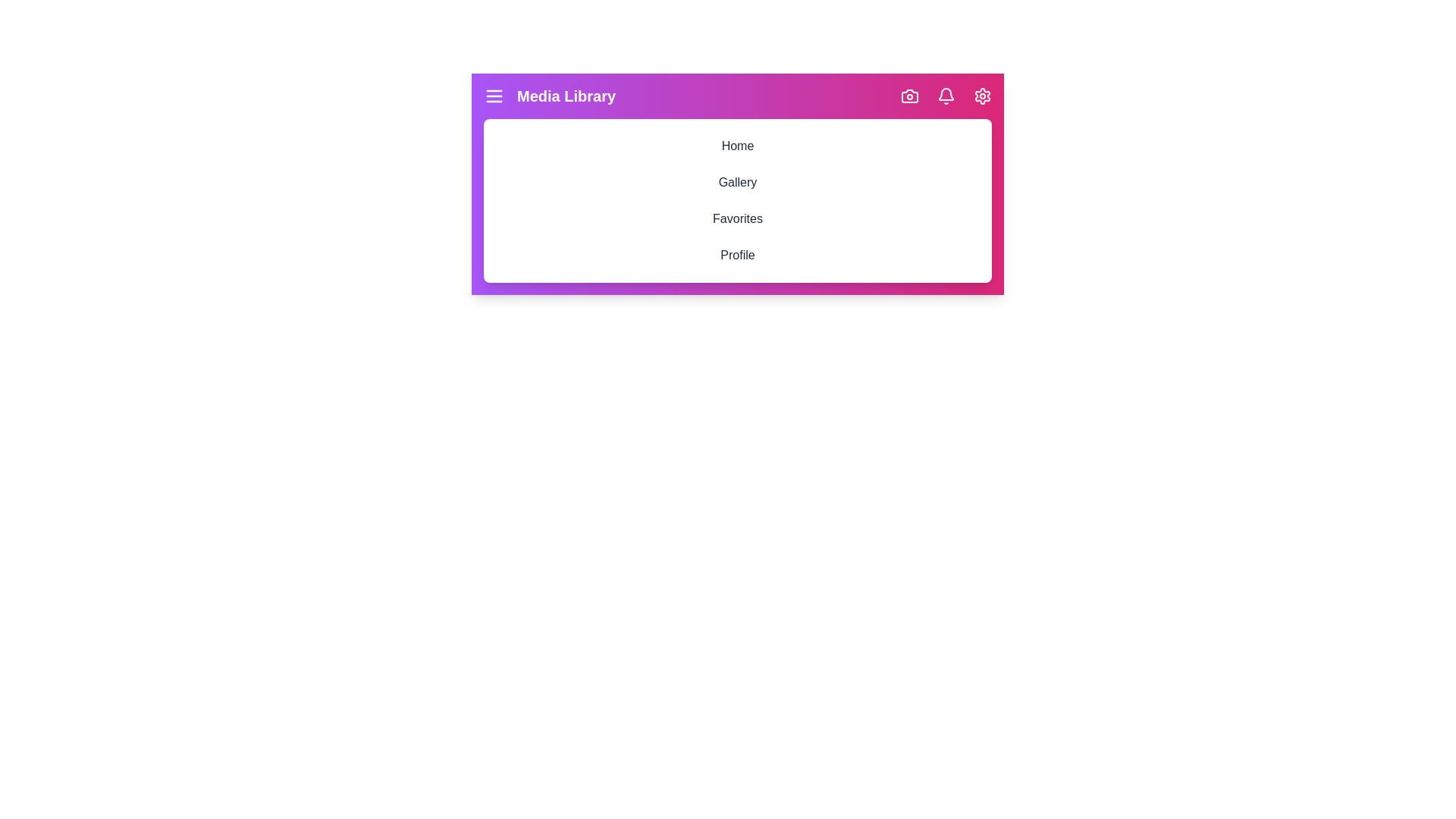 The height and width of the screenshot is (819, 1456). I want to click on the menu button to toggle the menu visibility, so click(494, 96).